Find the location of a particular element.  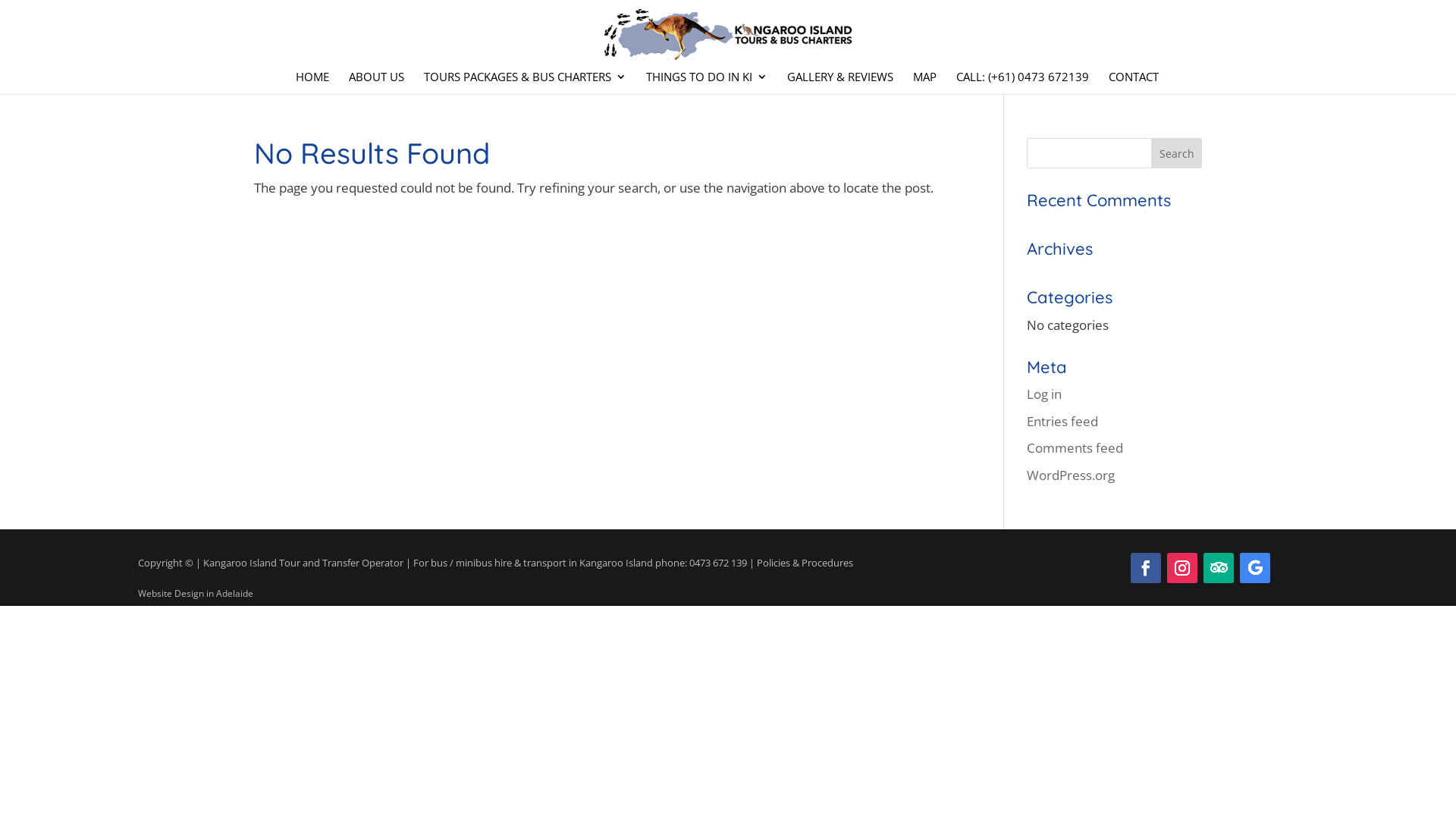

'phone: 0473 672 139' is located at coordinates (700, 562).